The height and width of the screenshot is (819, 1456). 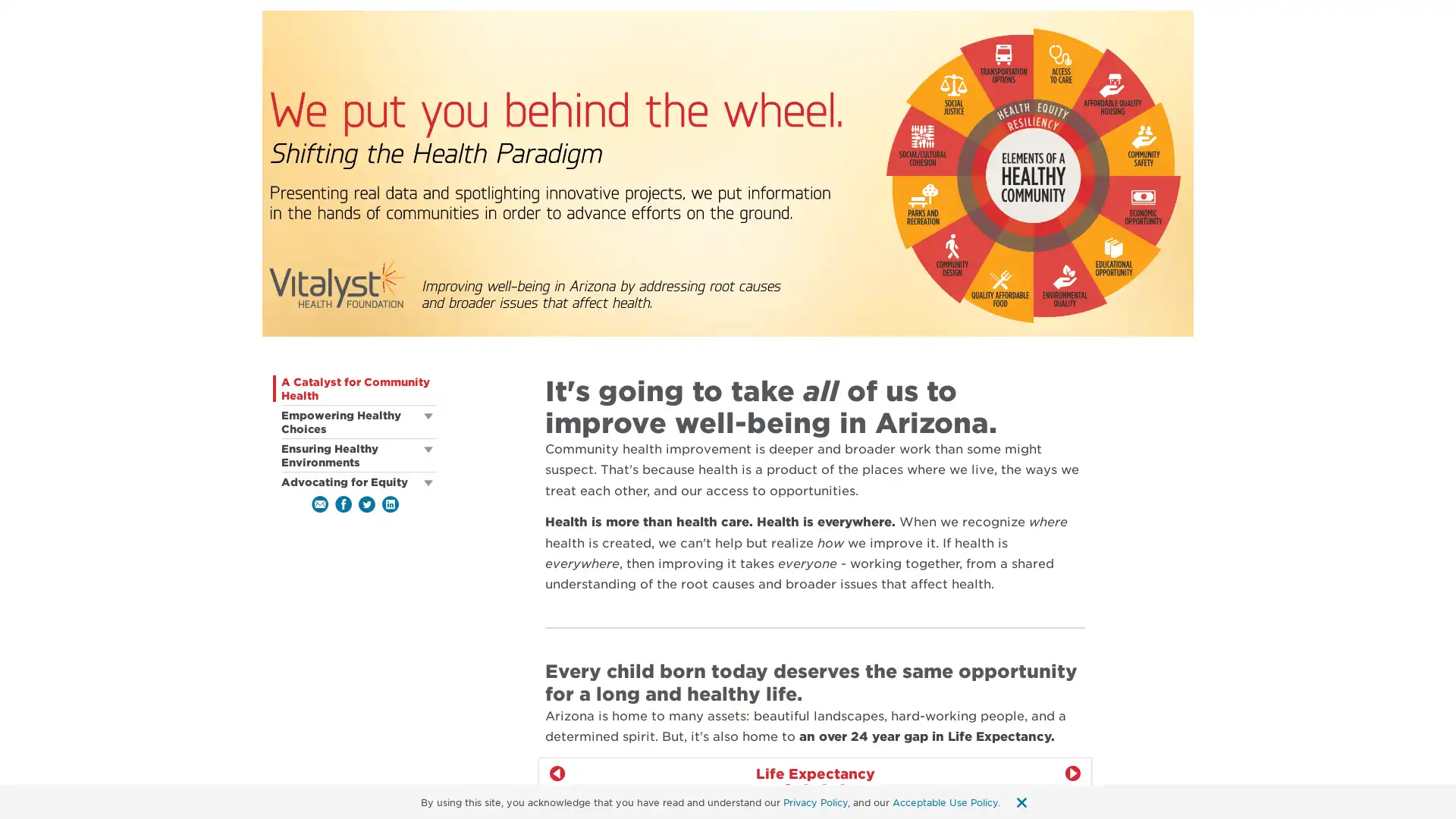 What do you see at coordinates (1072, 772) in the screenshot?
I see `next` at bounding box center [1072, 772].